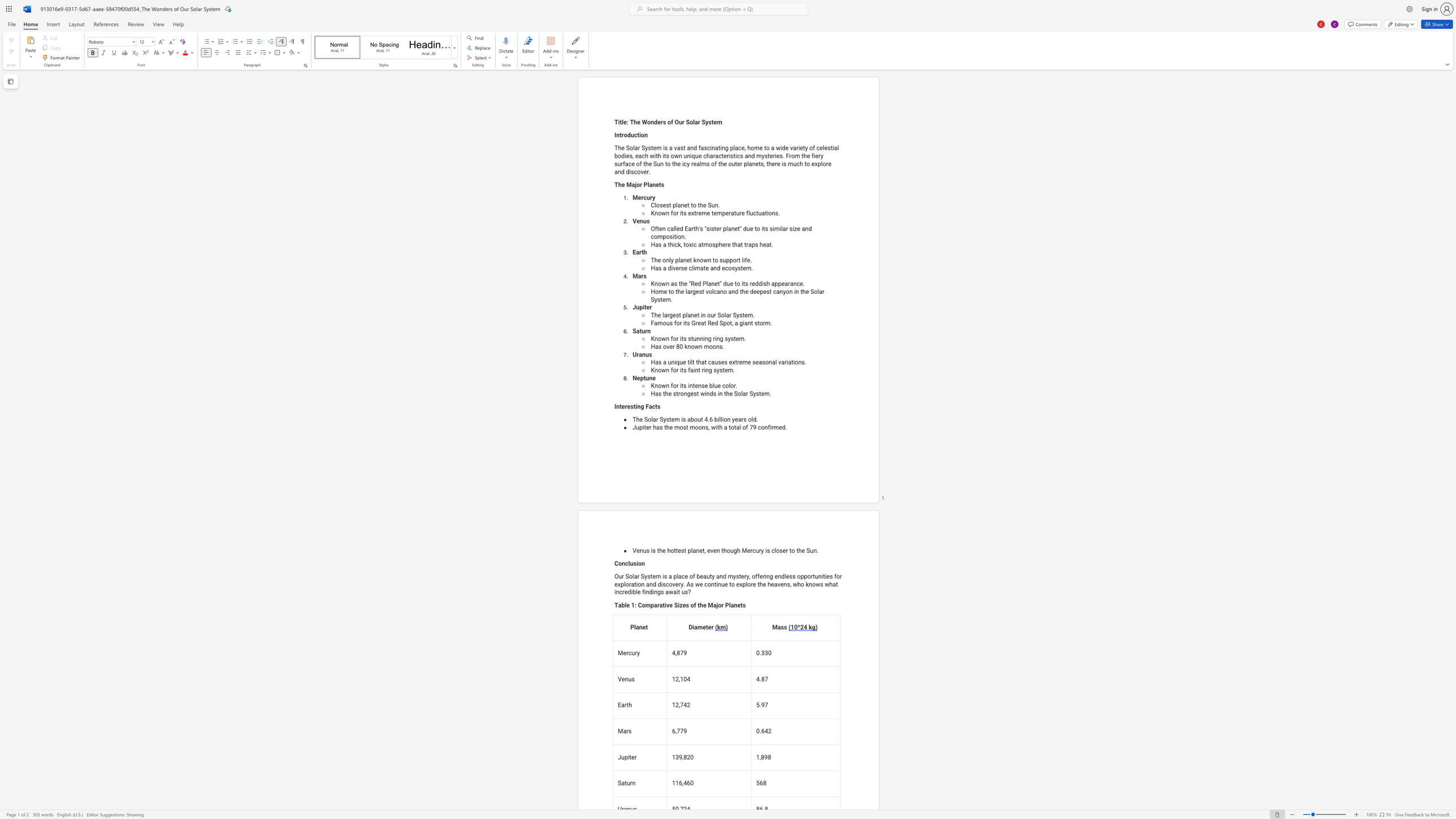  Describe the element at coordinates (747, 584) in the screenshot. I see `the subset text "ore the heavens, who knows what in" within the text "Our Solar System is a place of beauty and mystery, offering endless opportunities for exploration and discovery. As we continue to explore the heavens, who knows what incredible findings await us?"` at that location.